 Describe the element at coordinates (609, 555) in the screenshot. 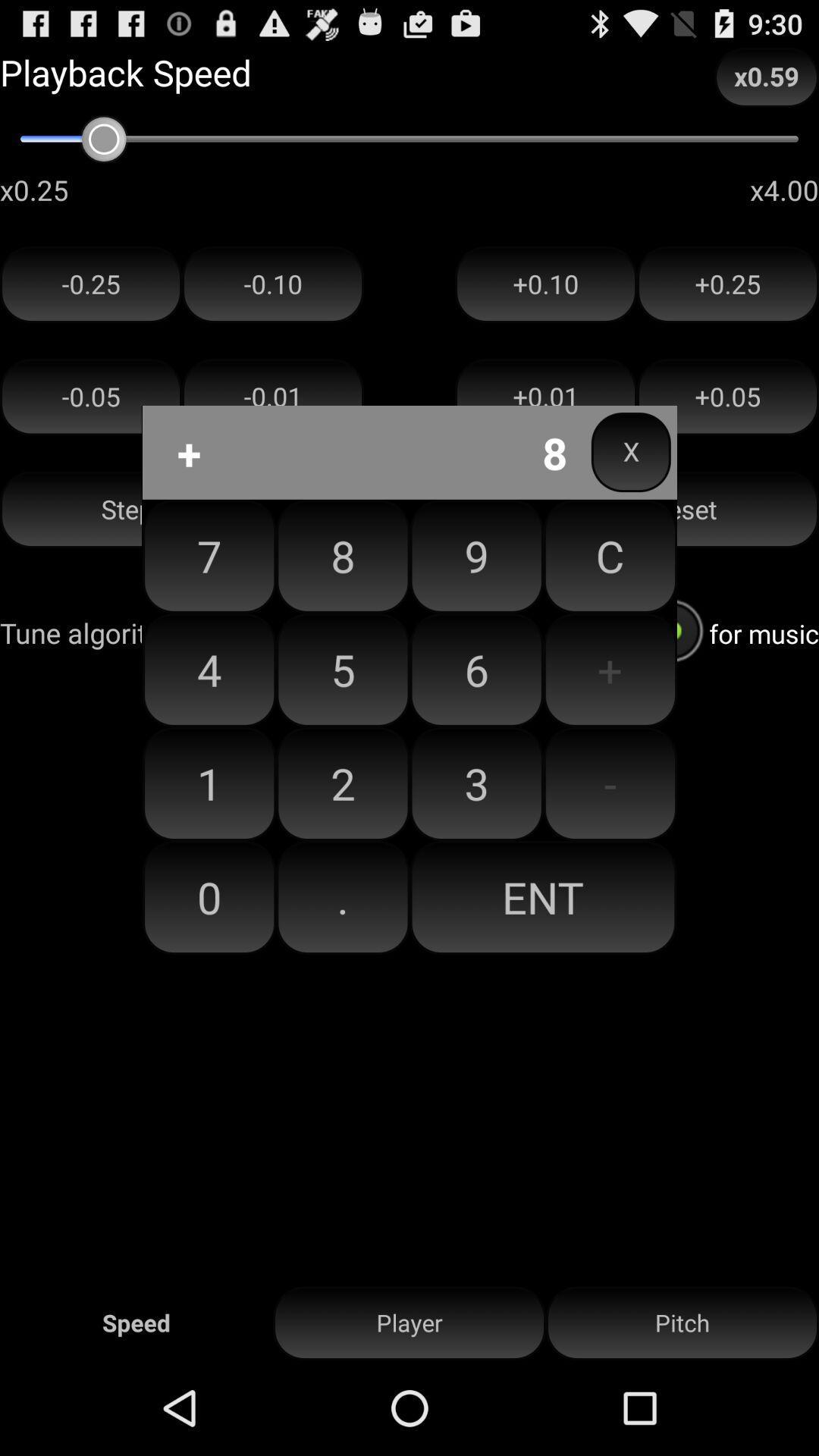

I see `icon next to 9 item` at that location.